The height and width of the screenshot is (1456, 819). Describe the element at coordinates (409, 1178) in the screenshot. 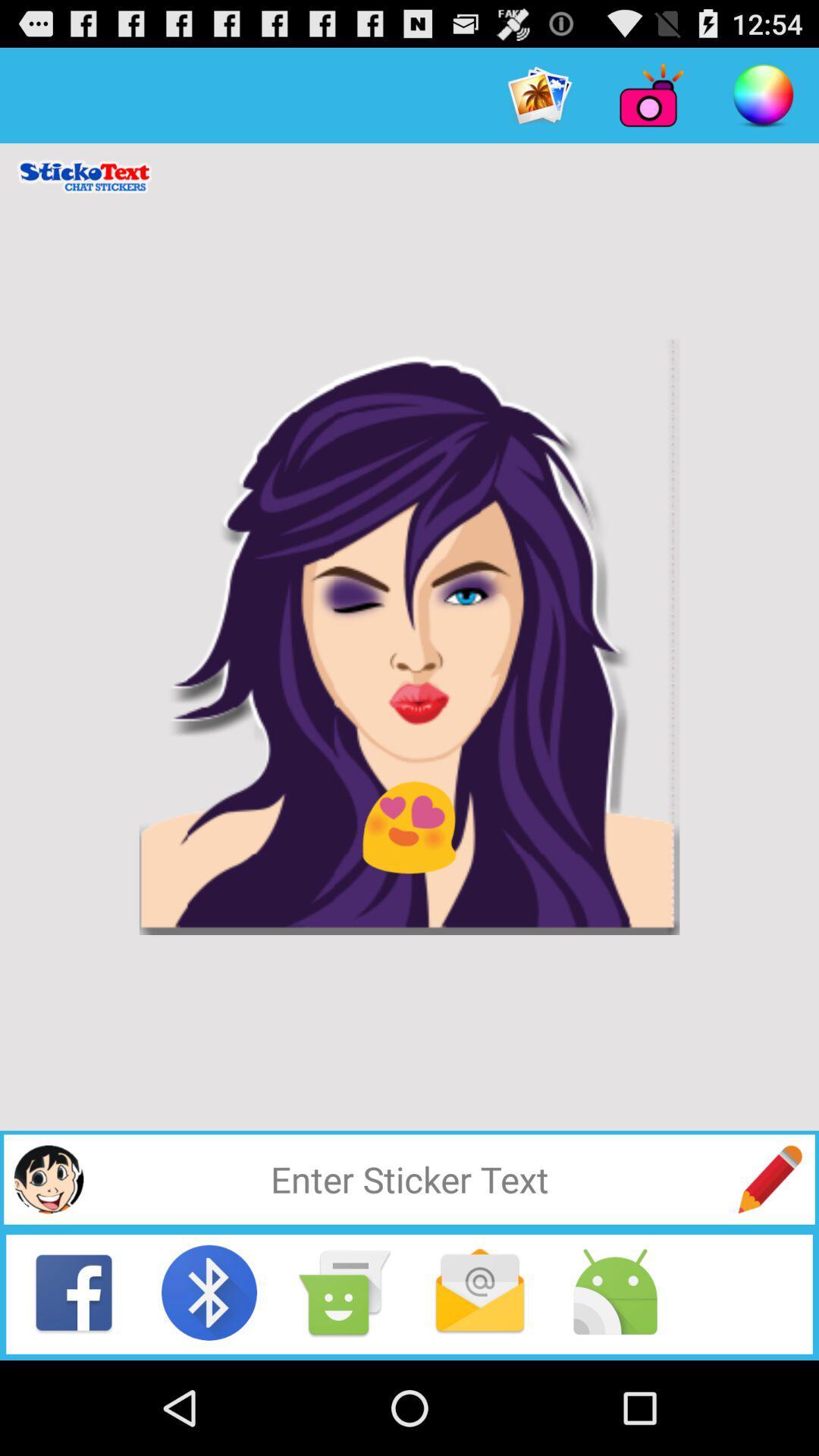

I see `the enter sticker text text field` at that location.